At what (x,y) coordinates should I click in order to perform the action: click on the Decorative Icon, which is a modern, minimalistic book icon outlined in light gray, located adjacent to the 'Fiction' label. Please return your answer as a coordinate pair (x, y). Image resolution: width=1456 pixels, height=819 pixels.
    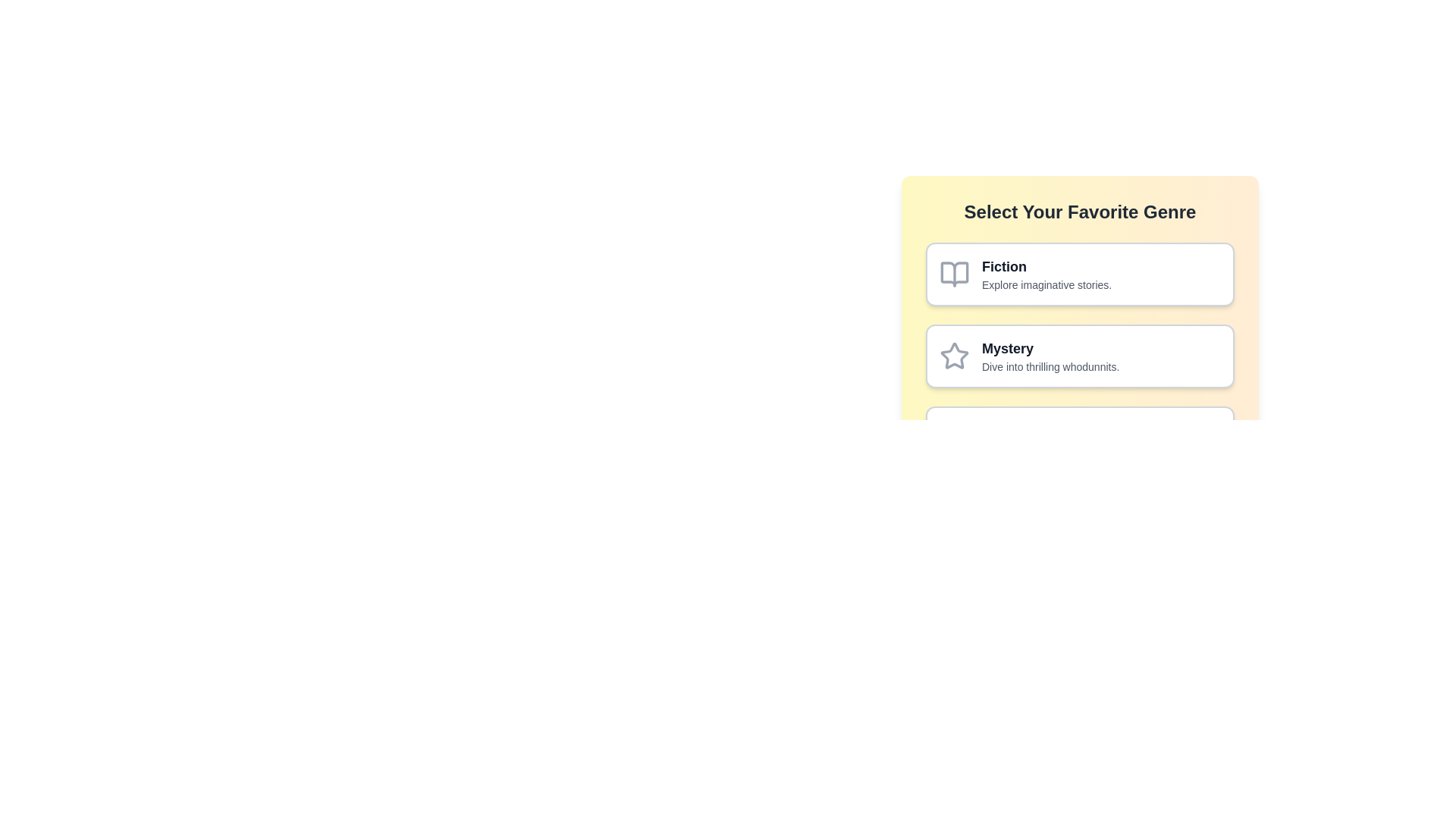
    Looking at the image, I should click on (953, 275).